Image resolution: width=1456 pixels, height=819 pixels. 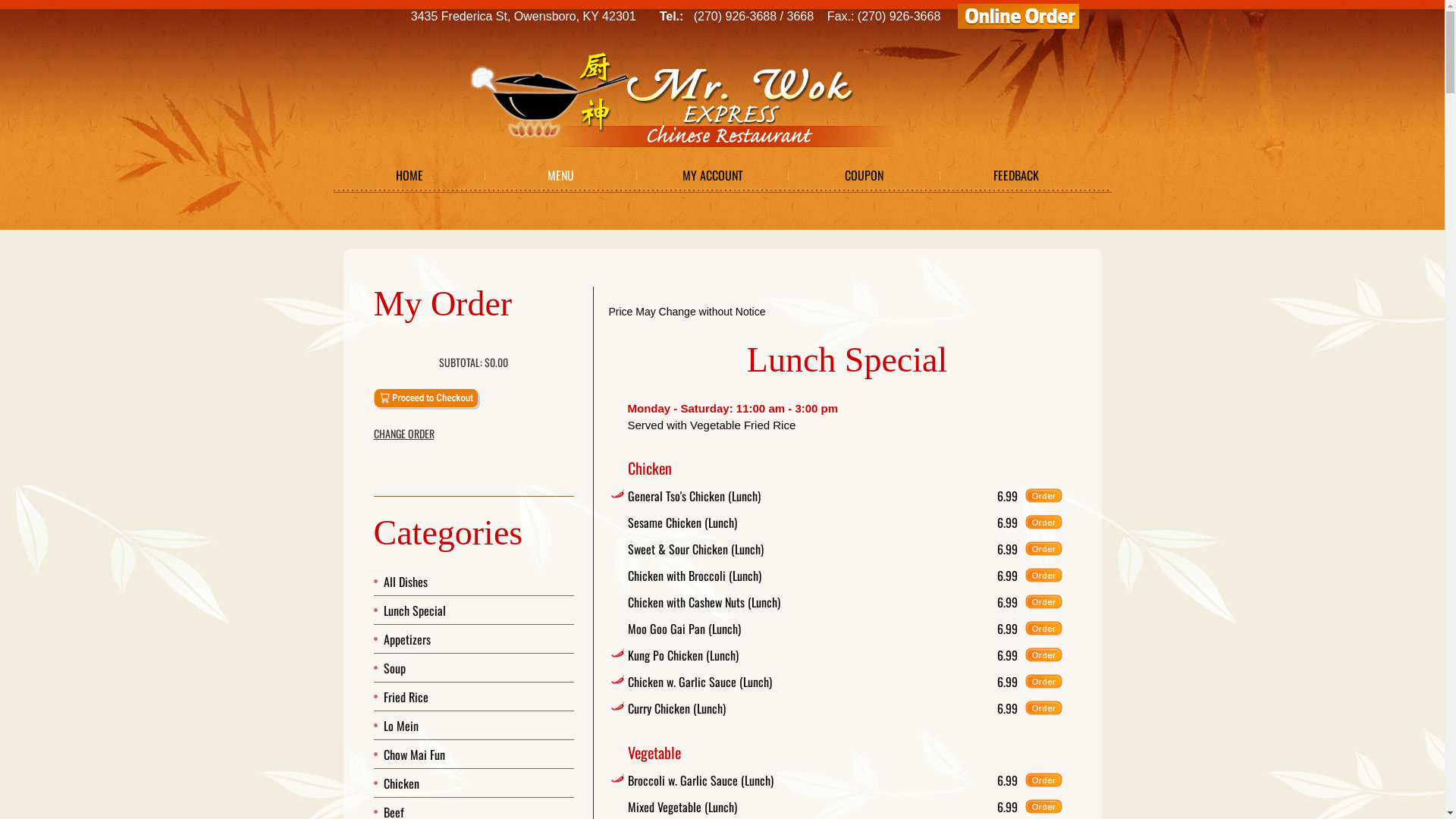 What do you see at coordinates (401, 783) in the screenshot?
I see `'Chicken'` at bounding box center [401, 783].